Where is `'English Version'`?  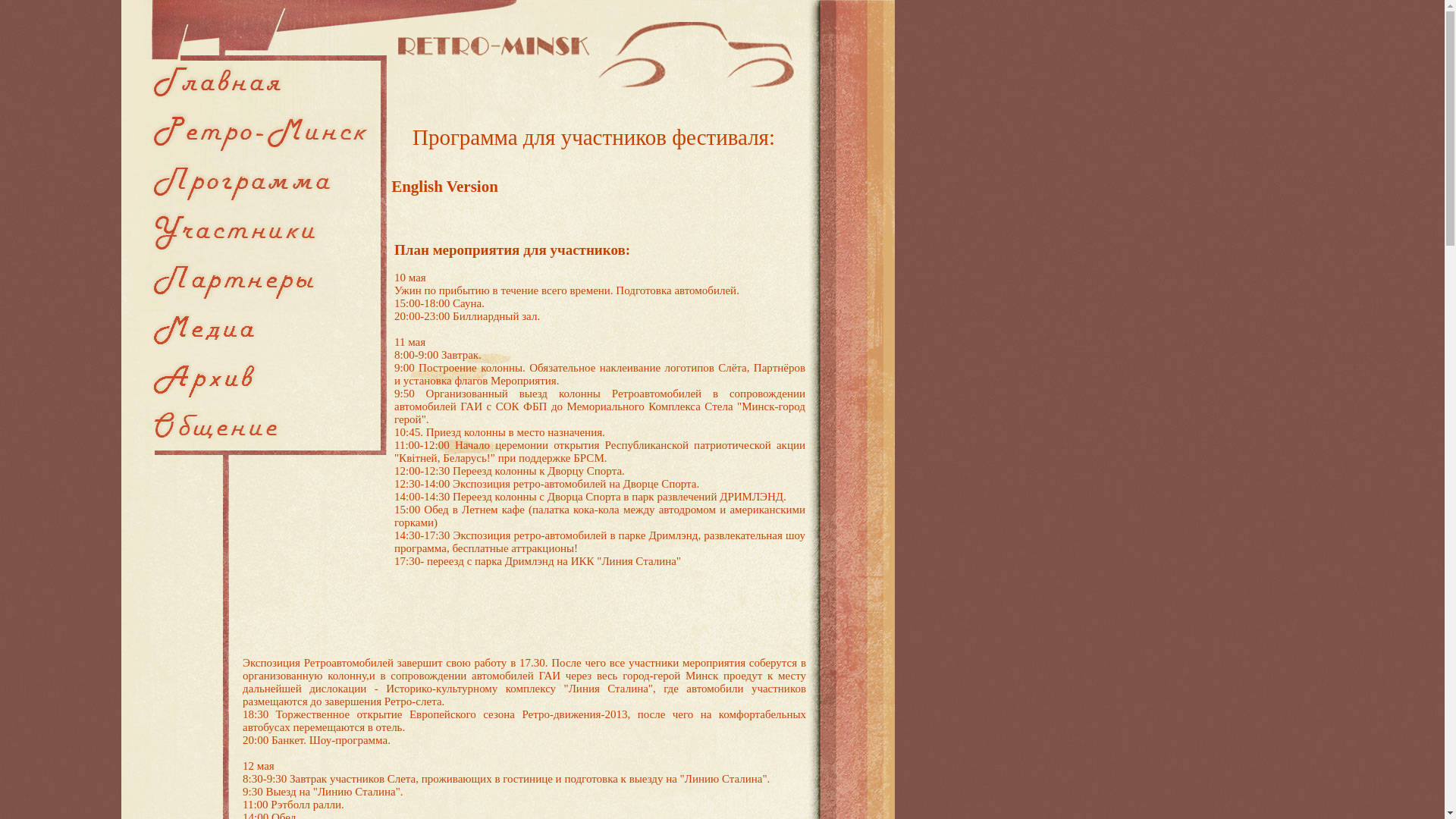 'English Version' is located at coordinates (444, 186).